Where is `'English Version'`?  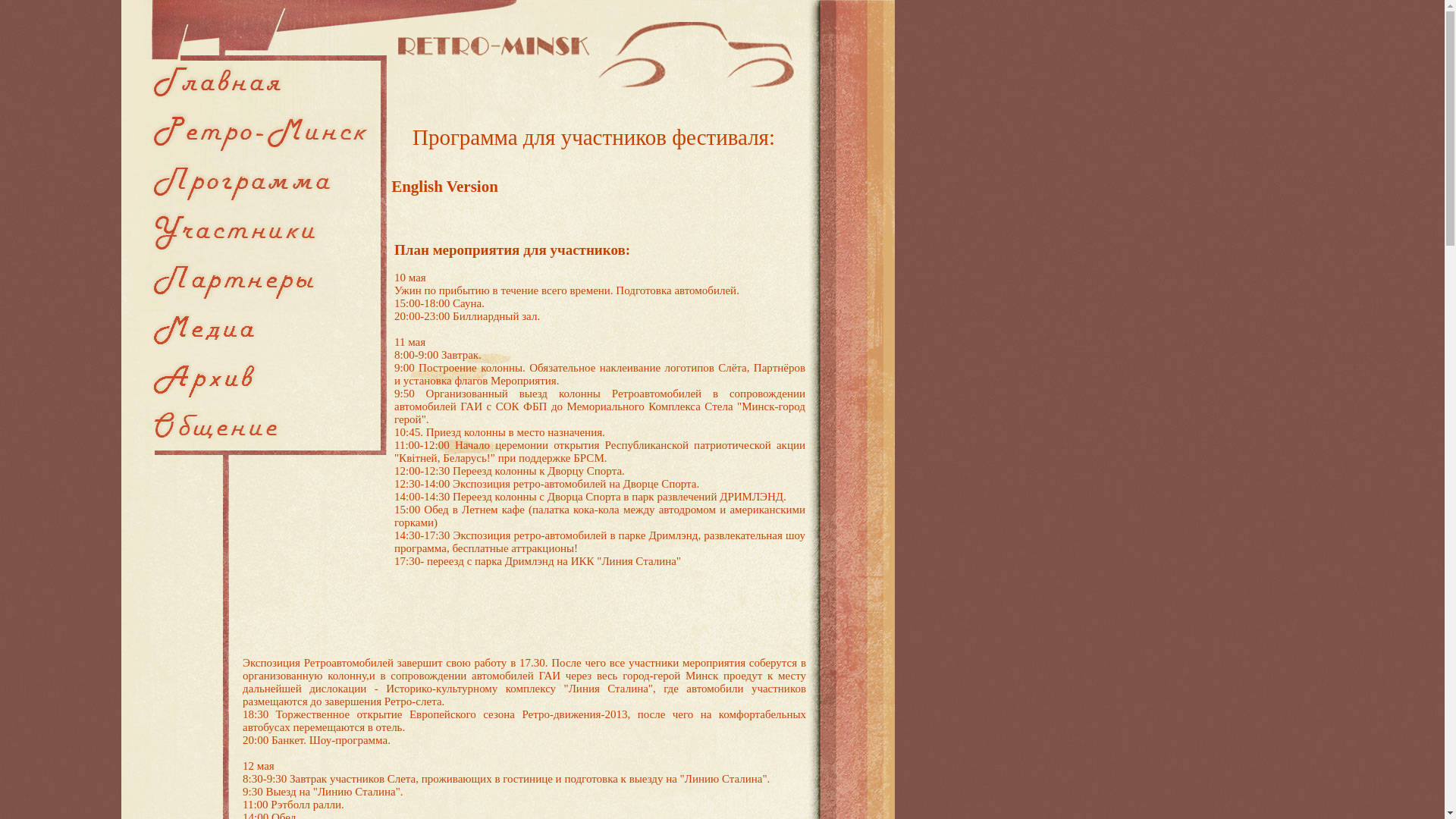 'English Version' is located at coordinates (444, 186).